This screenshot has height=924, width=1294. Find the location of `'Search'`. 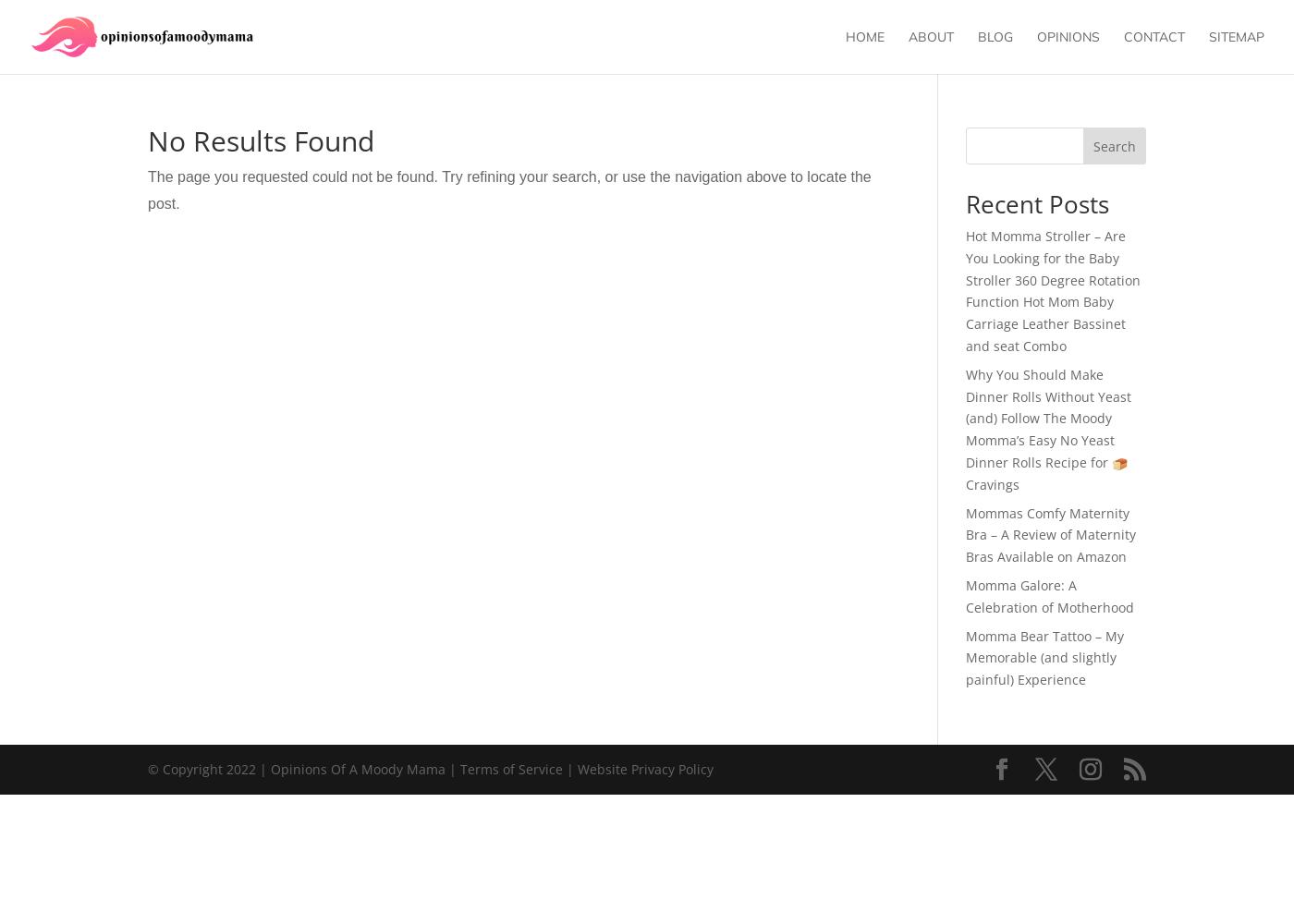

'Search' is located at coordinates (1114, 145).